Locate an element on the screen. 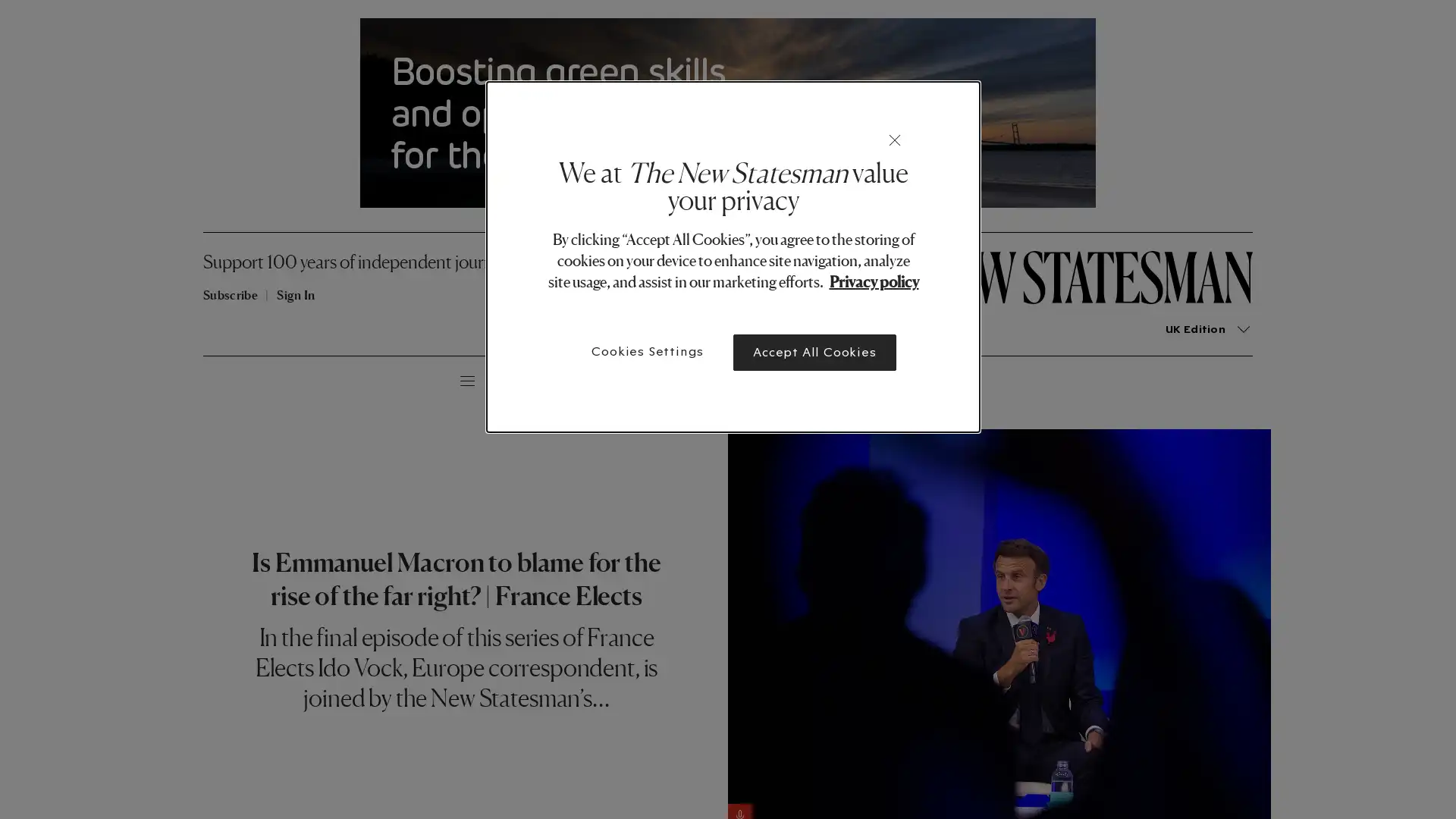 The width and height of the screenshot is (1456, 819). Search is located at coordinates (308, 378).